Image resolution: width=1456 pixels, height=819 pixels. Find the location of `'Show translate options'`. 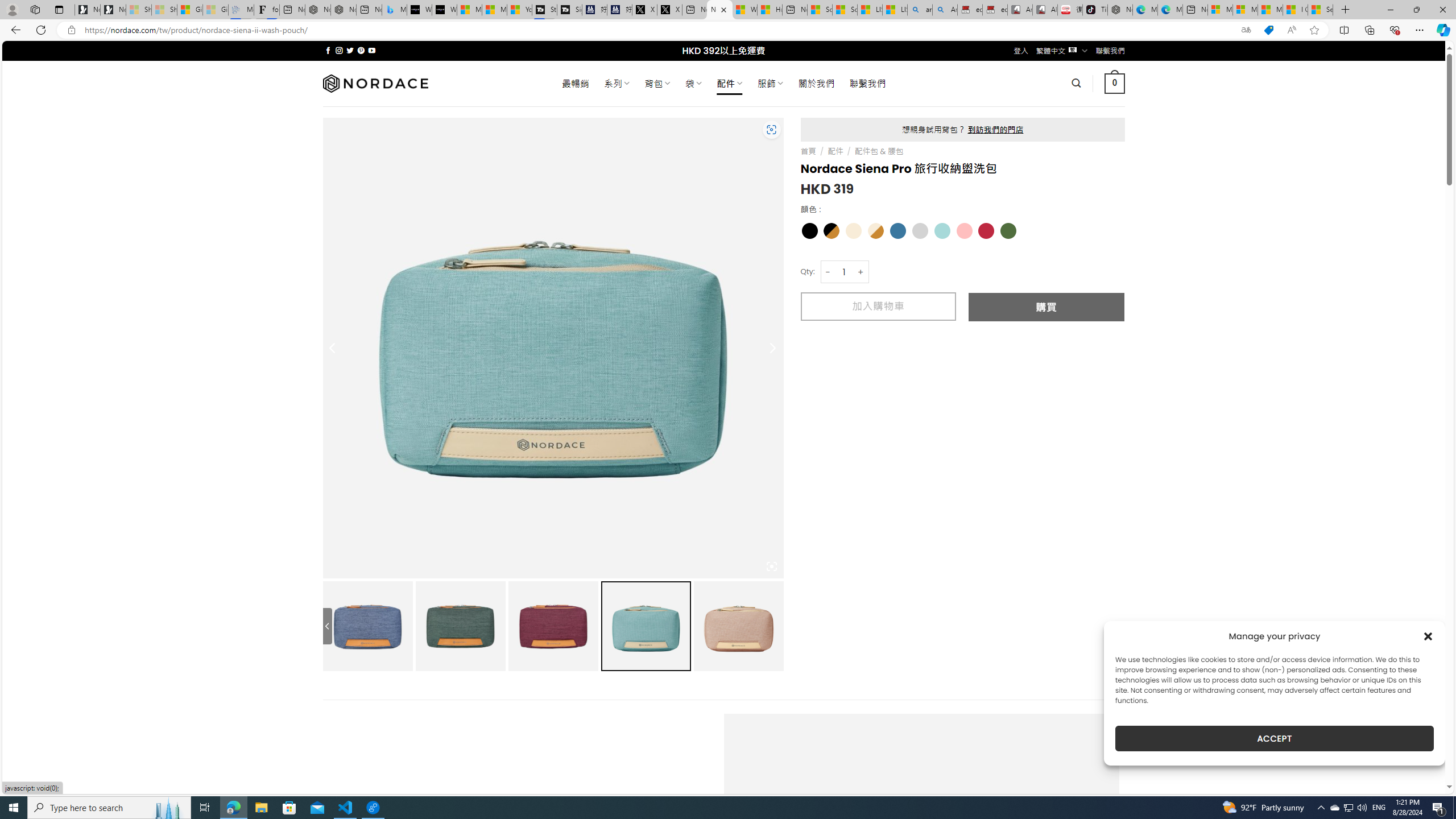

'Show translate options' is located at coordinates (1246, 30).